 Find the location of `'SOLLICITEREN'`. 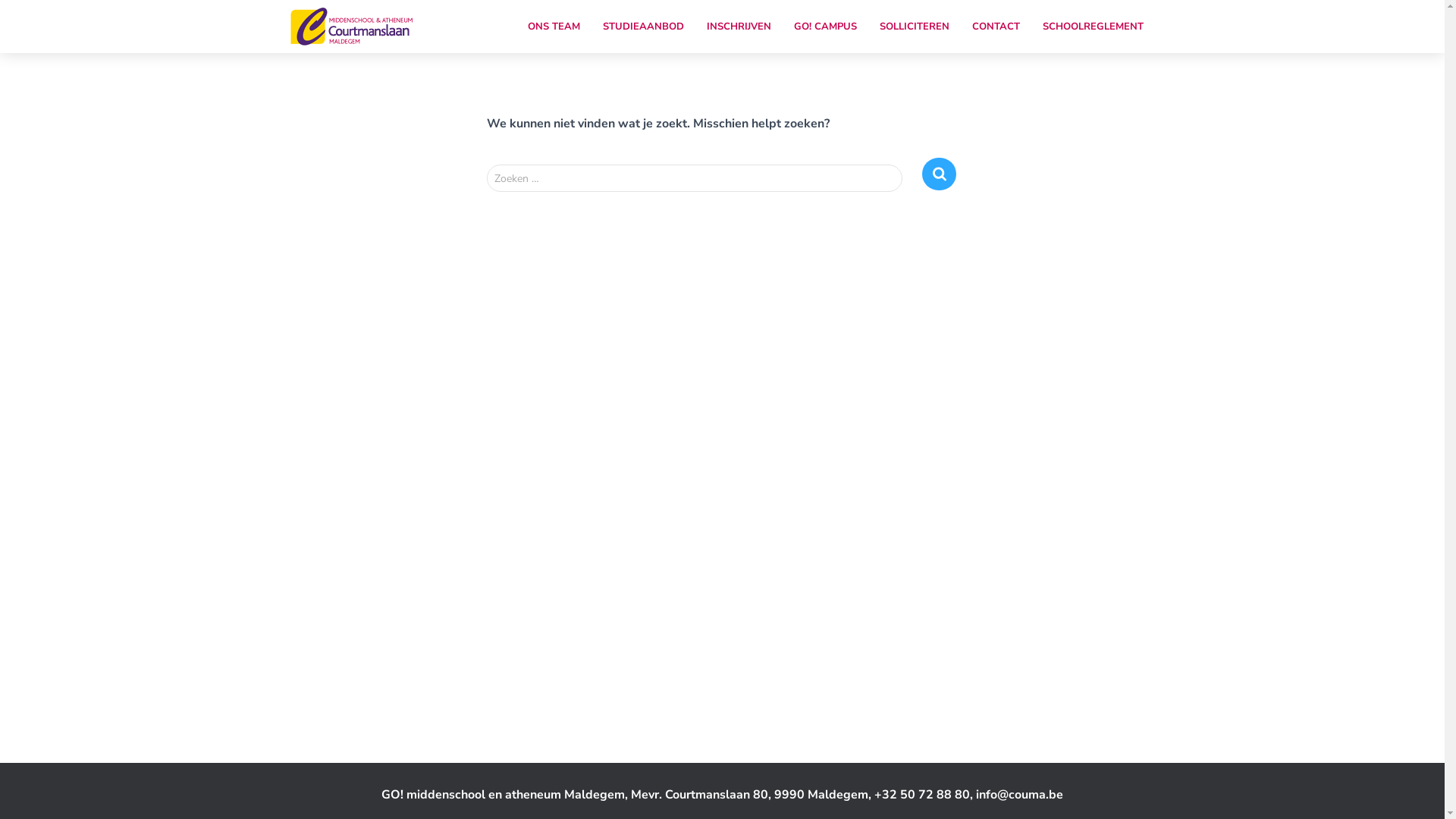

'SOLLICITEREN' is located at coordinates (912, 26).